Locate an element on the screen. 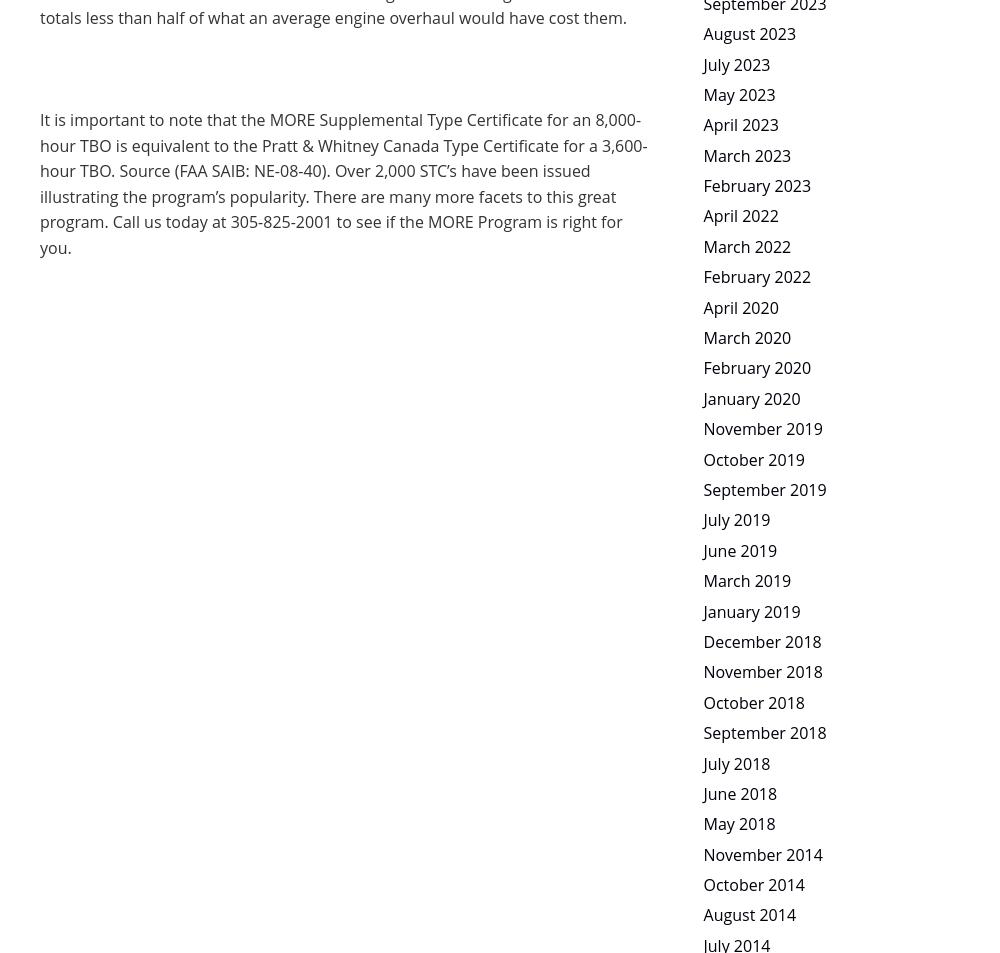  'February 2020' is located at coordinates (757, 366).